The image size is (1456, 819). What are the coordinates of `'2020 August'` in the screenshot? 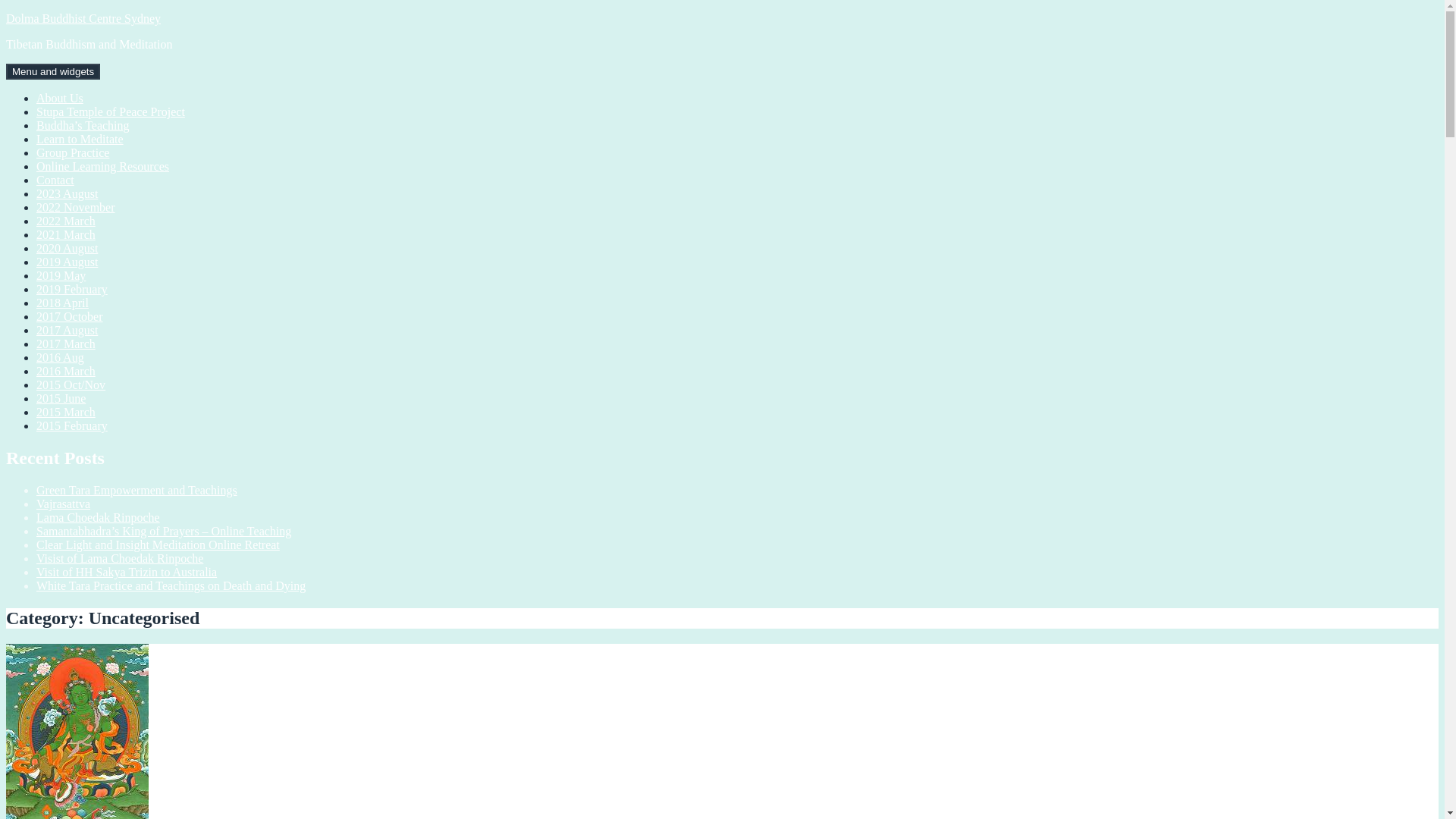 It's located at (36, 247).